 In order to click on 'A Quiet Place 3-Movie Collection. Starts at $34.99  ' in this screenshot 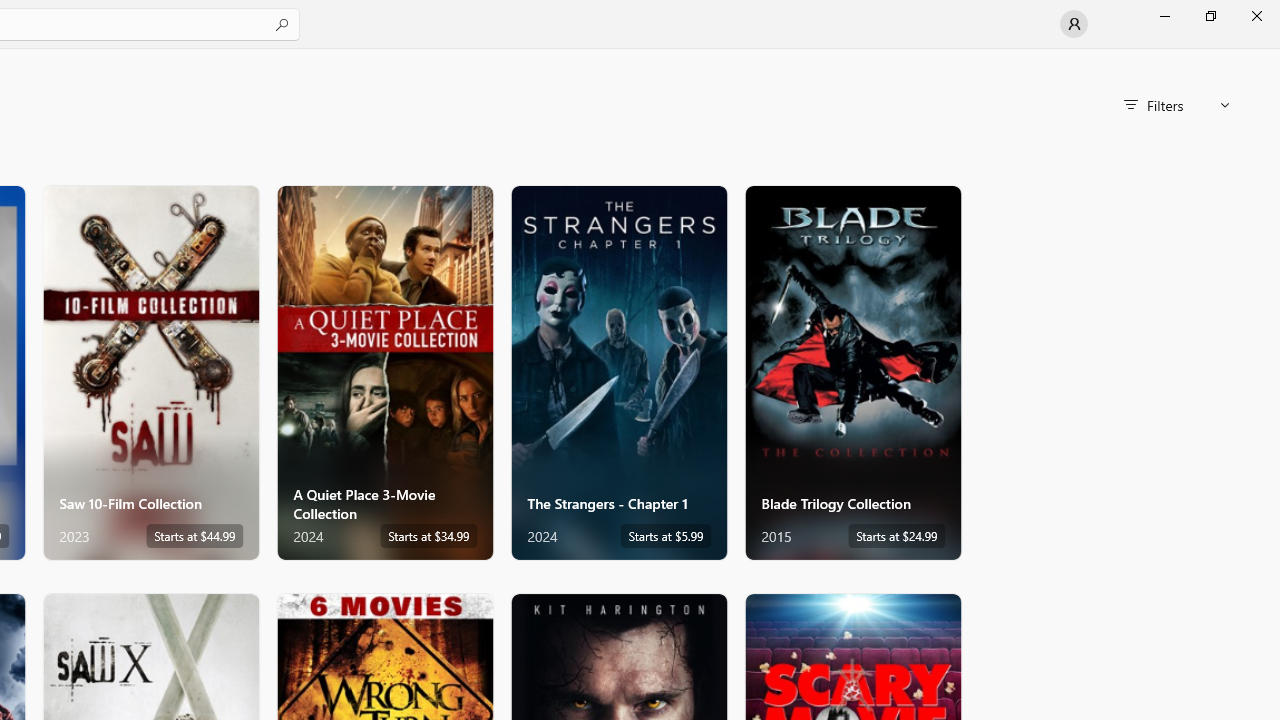, I will do `click(385, 372)`.